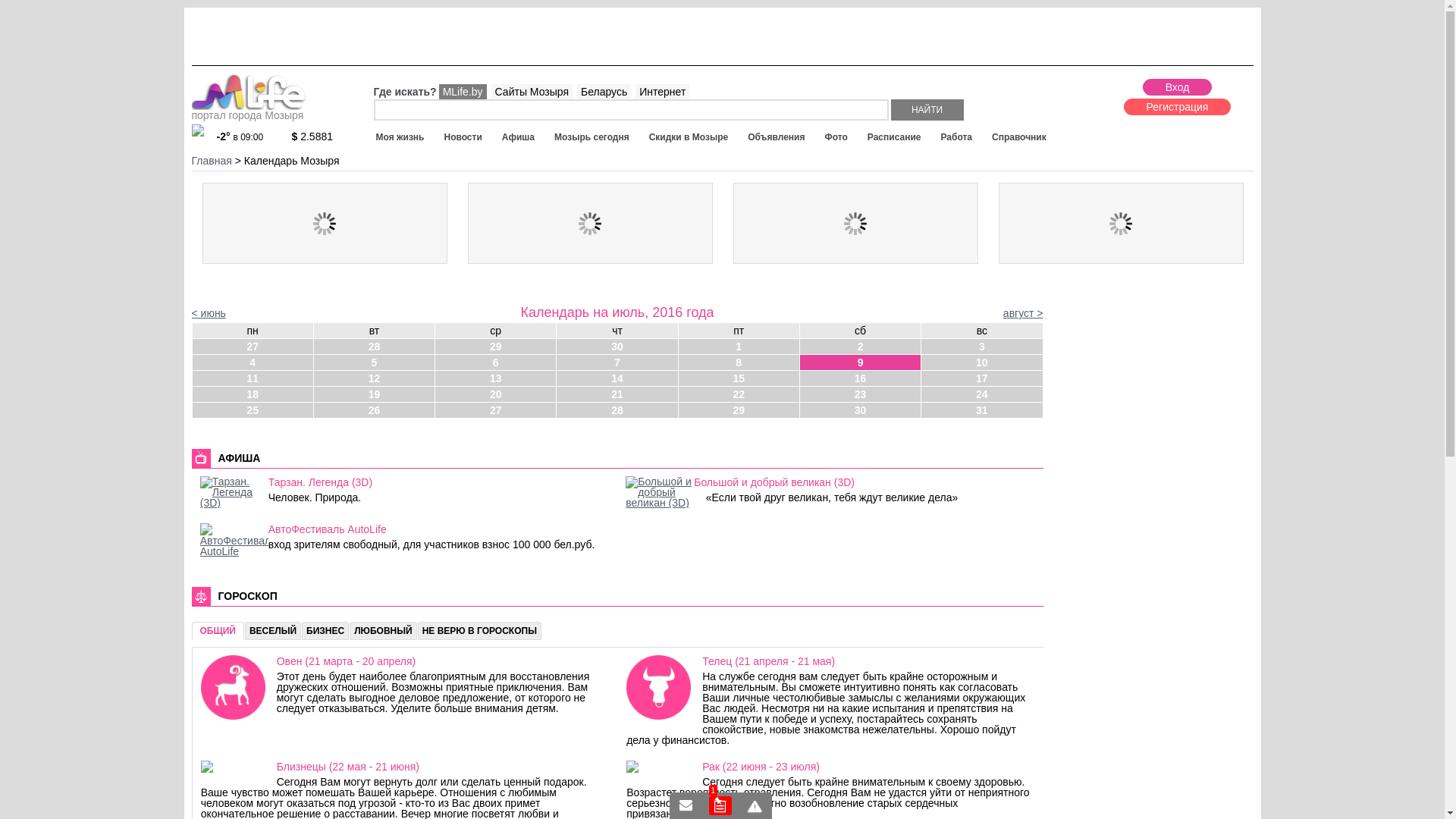 The width and height of the screenshot is (1456, 819). Describe the element at coordinates (462, 91) in the screenshot. I see `'MLife.by'` at that location.